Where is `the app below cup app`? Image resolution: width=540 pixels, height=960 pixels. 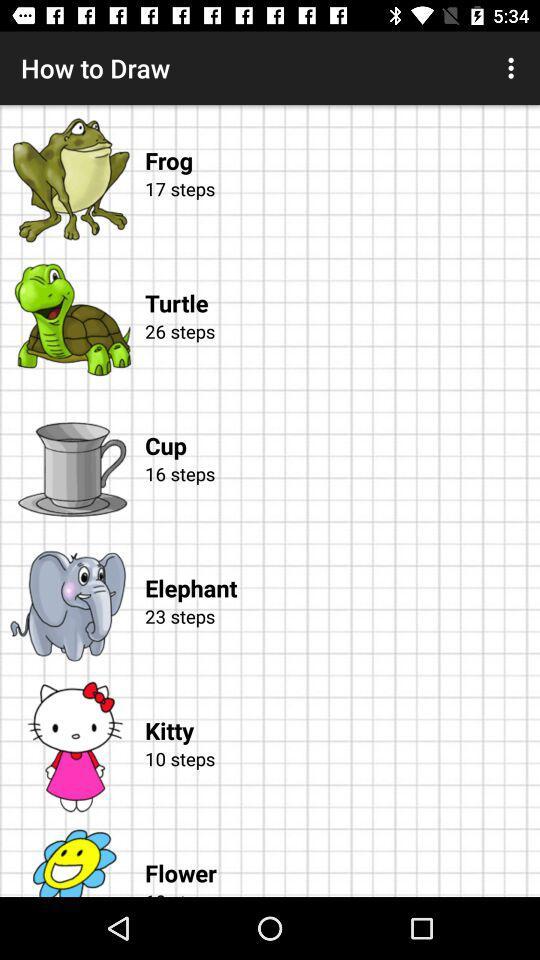
the app below cup app is located at coordinates (338, 496).